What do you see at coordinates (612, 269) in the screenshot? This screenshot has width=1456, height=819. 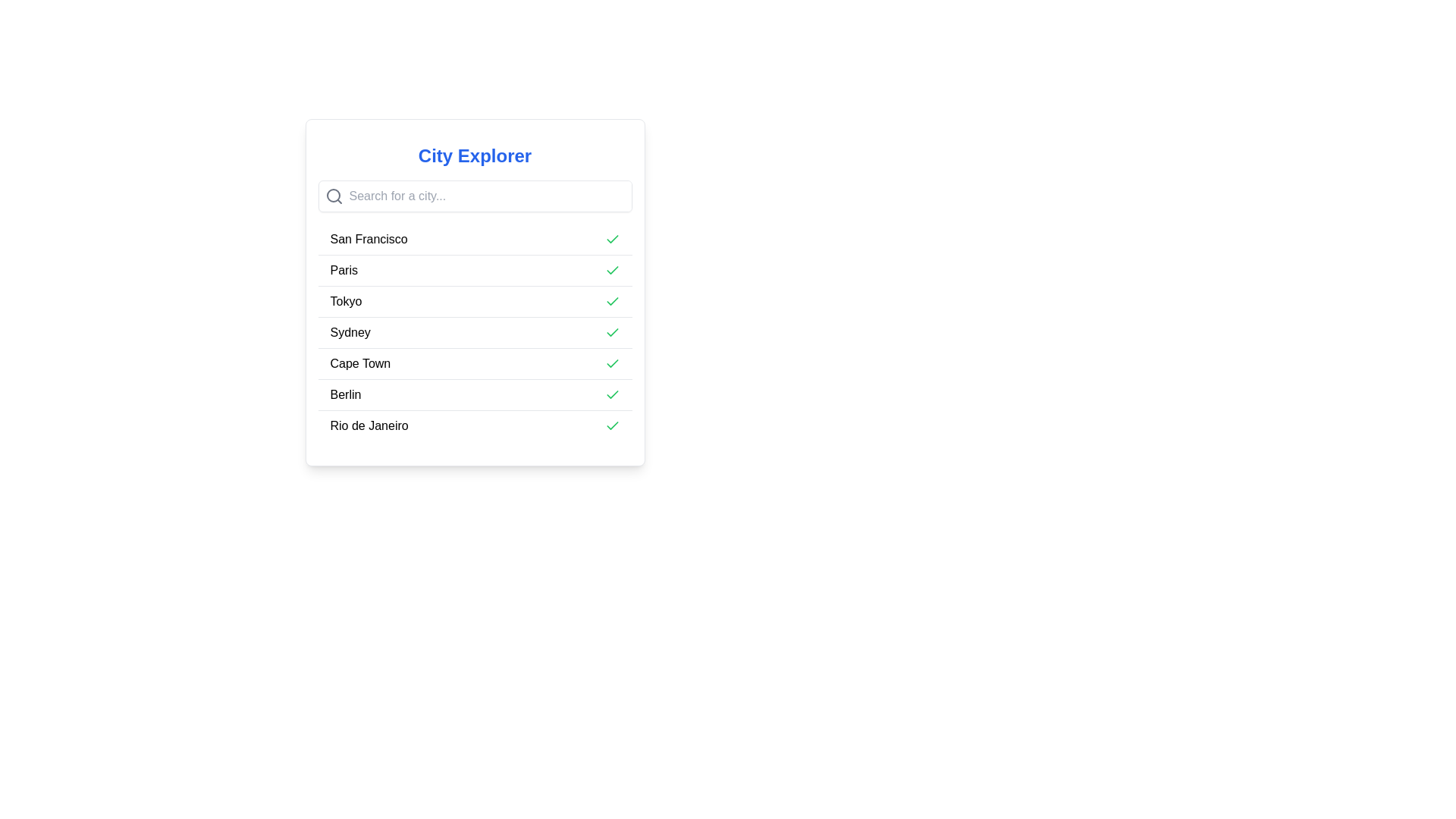 I see `the checkmark icon indicating the positive state for the selected item 'Paris' in the list` at bounding box center [612, 269].